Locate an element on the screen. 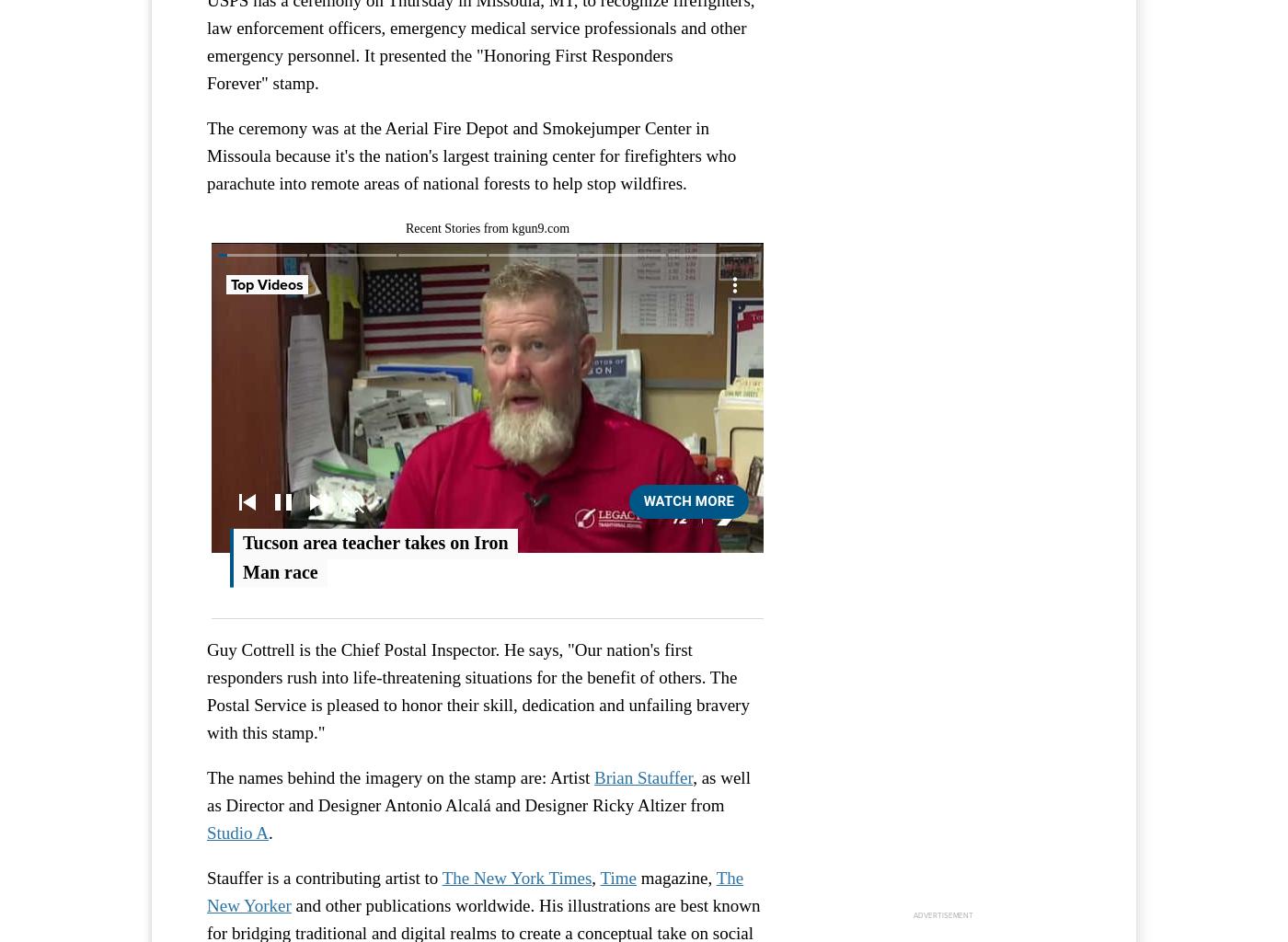 The height and width of the screenshot is (942, 1288). 'magazine,' is located at coordinates (674, 878).